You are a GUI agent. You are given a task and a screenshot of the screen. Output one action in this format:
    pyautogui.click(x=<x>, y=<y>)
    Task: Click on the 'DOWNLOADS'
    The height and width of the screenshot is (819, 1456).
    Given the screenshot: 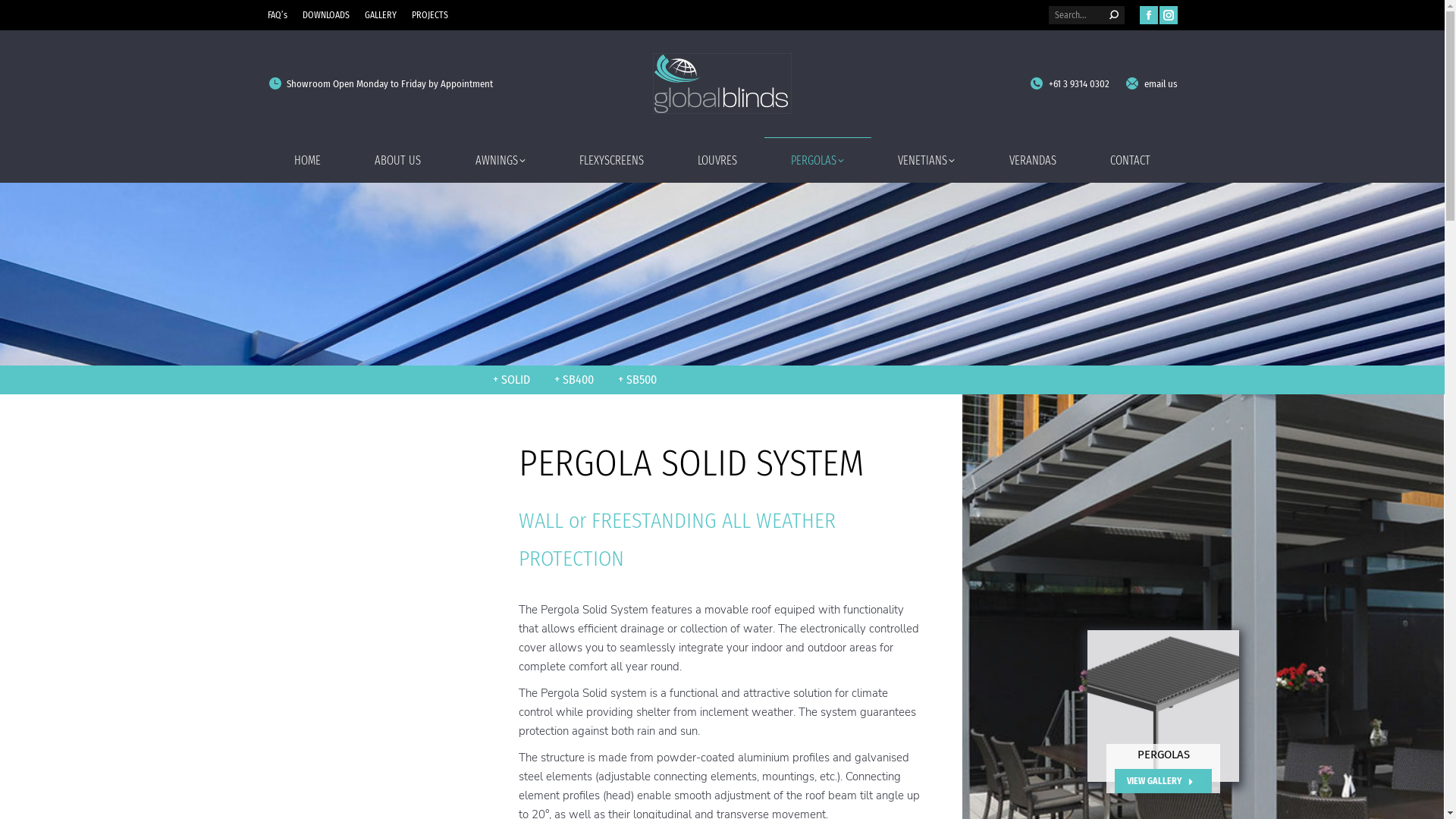 What is the action you would take?
    pyautogui.click(x=324, y=14)
    